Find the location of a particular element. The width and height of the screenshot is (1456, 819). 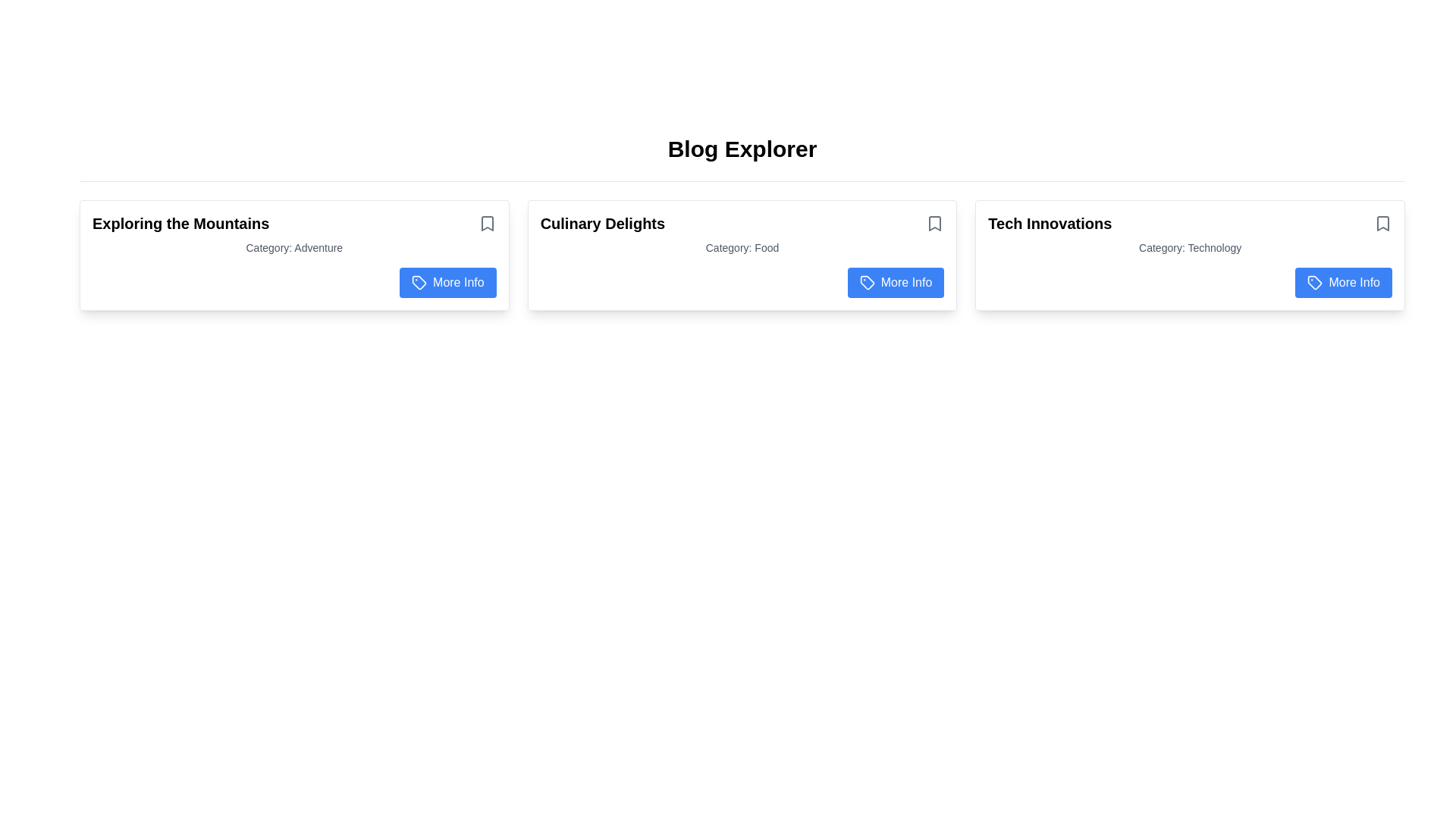

the informational text label indicating the category 'Food', which is located below the title 'Culinary Delights' in the center card of a three-card layout is located at coordinates (742, 247).